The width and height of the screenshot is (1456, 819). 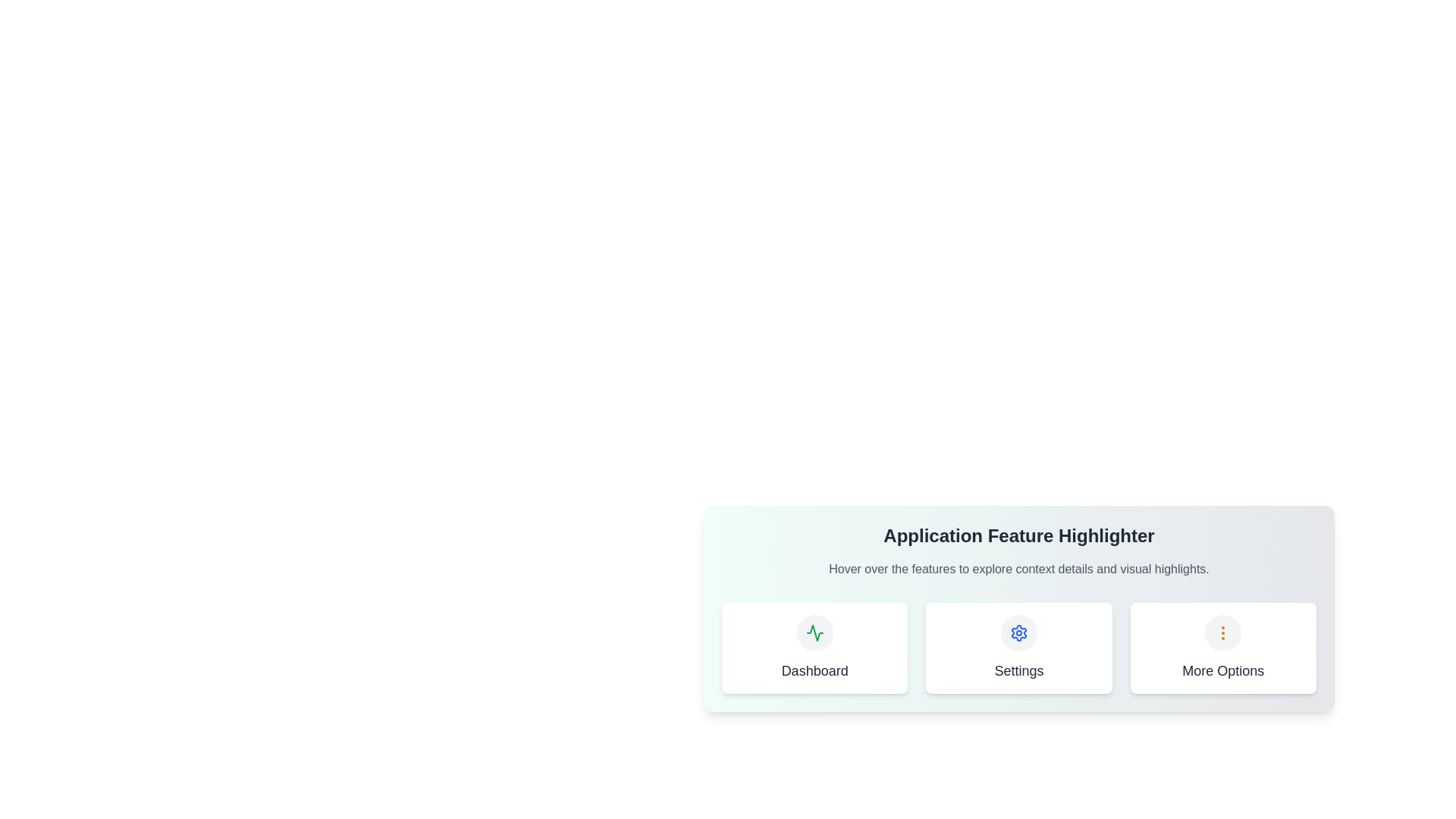 I want to click on the 'Settings' button, which is the second button in a row of three, featuring a cogwheel icon in blue and labeled in bold text, so click(x=1019, y=648).